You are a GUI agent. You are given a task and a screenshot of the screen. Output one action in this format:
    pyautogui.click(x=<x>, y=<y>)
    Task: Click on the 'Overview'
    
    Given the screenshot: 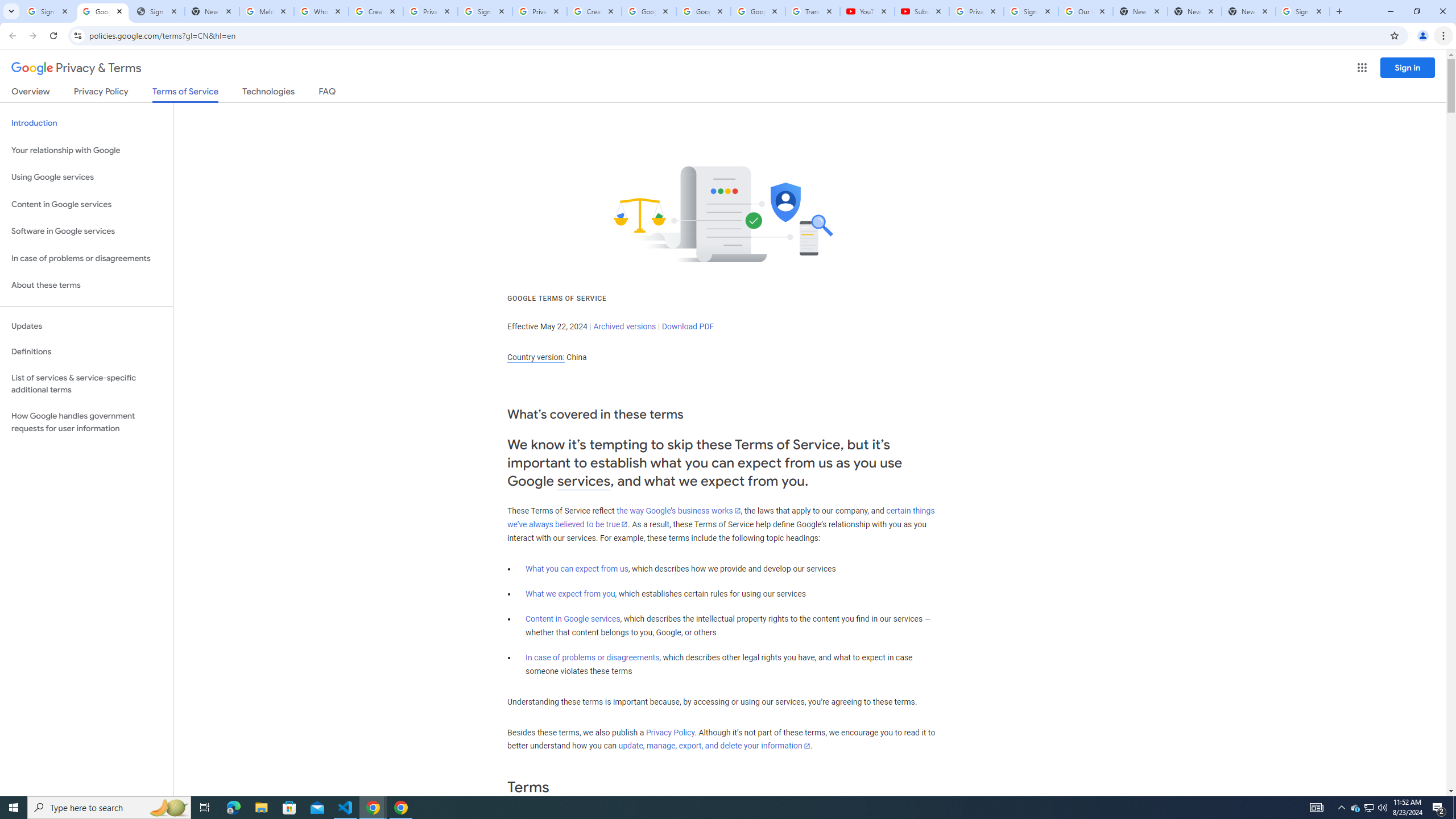 What is the action you would take?
    pyautogui.click(x=30, y=93)
    